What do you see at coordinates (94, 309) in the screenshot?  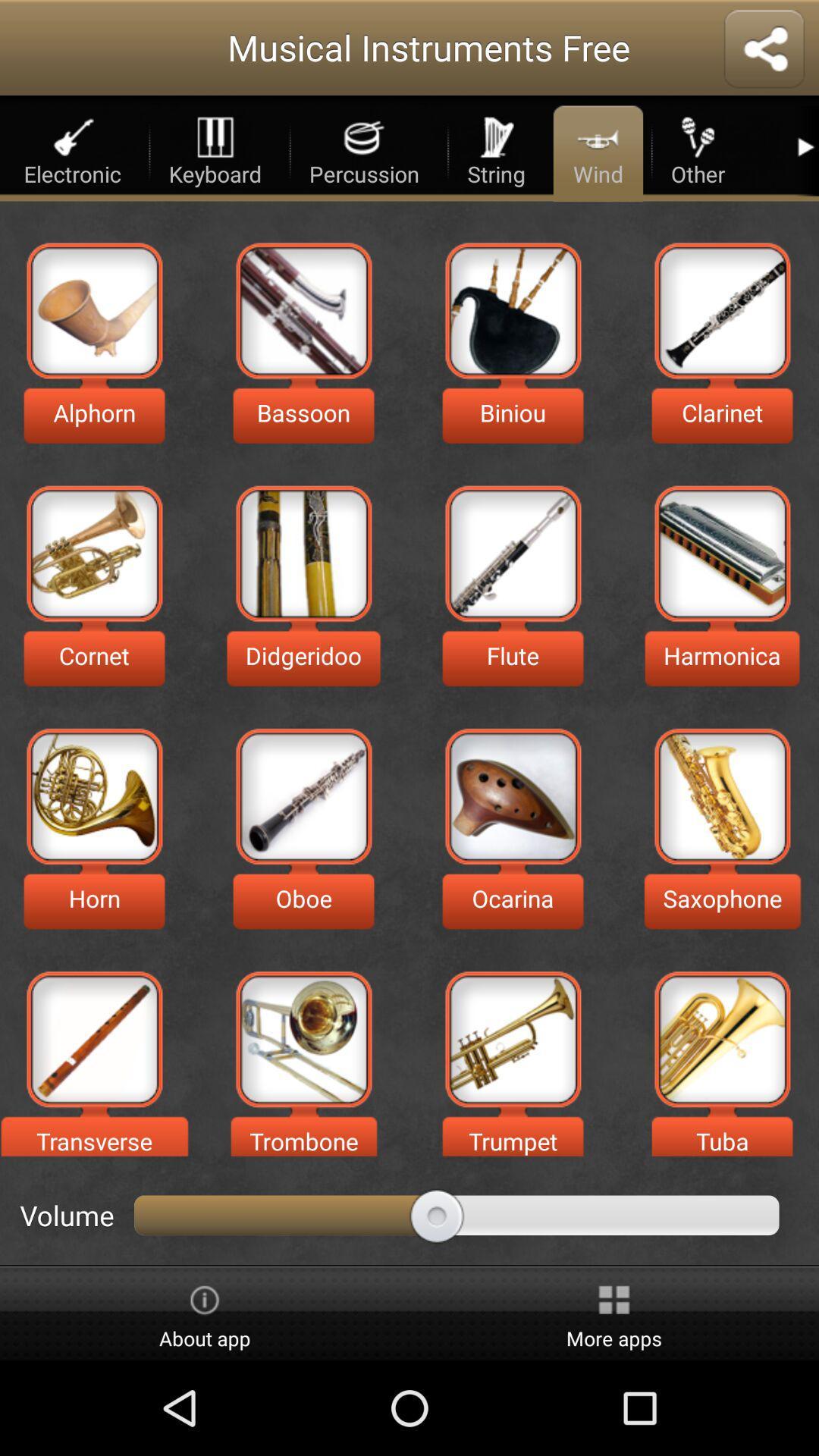 I see `this option` at bounding box center [94, 309].